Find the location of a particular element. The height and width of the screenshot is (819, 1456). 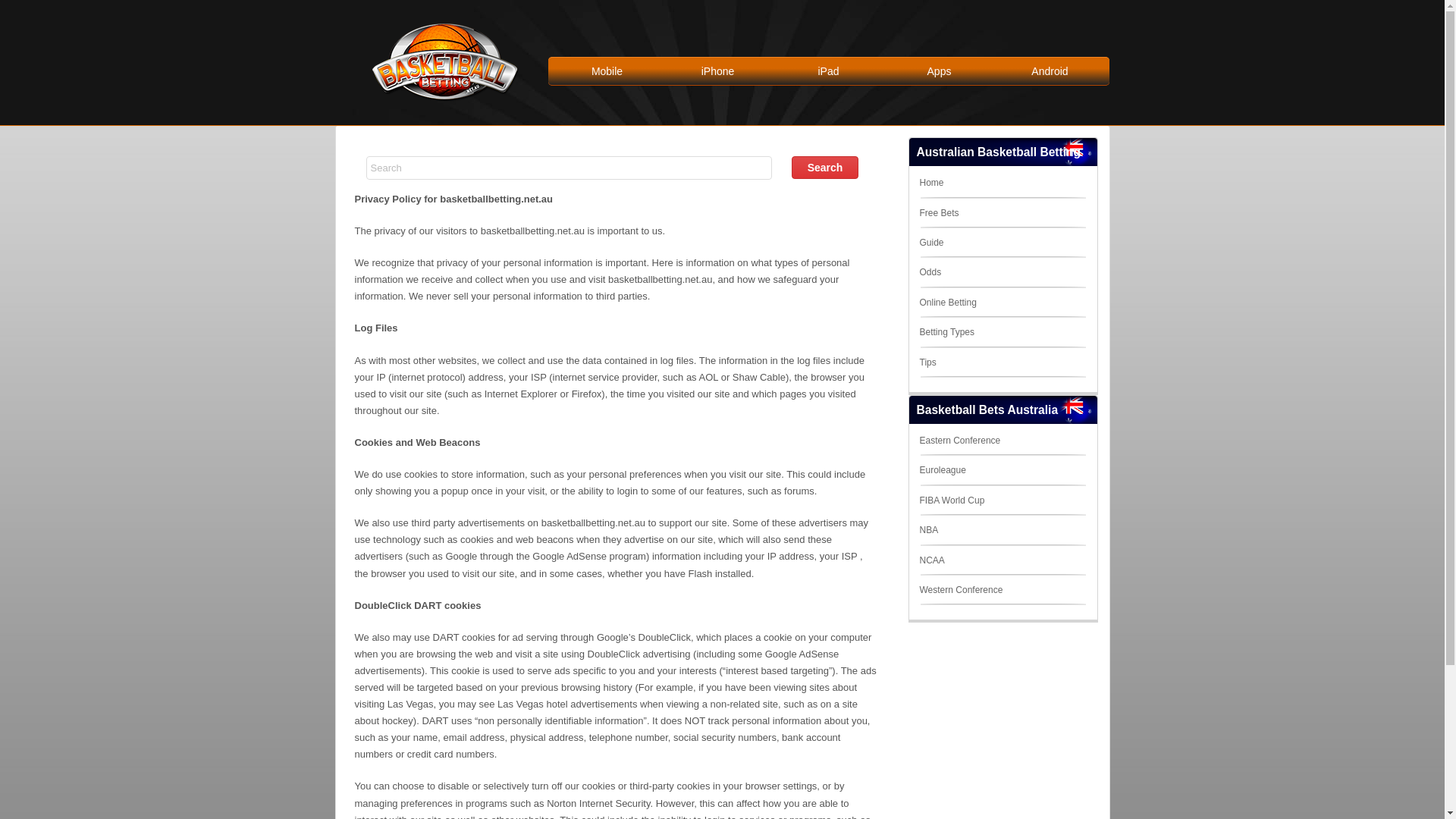

'Mobile' is located at coordinates (607, 71).